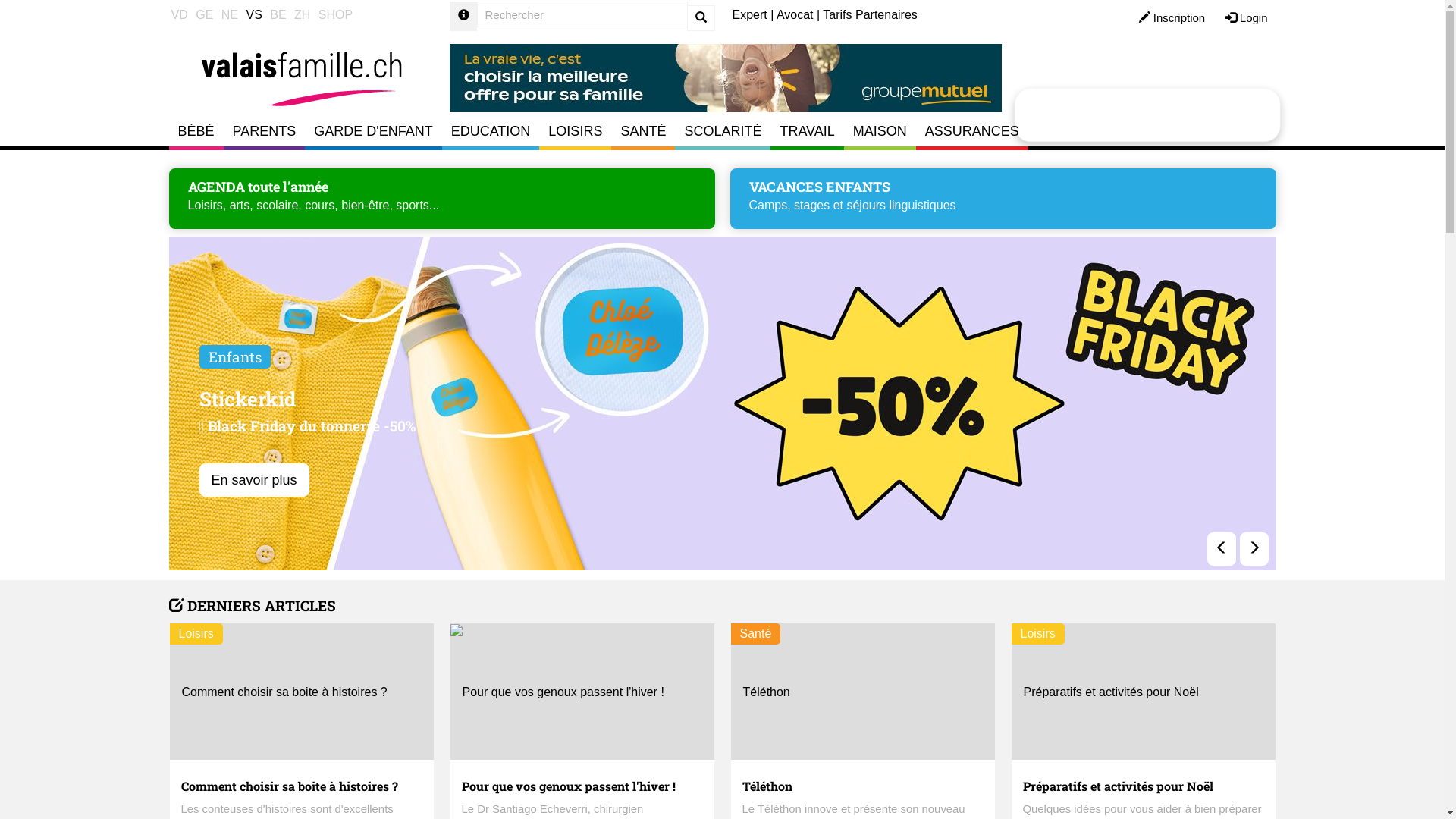  What do you see at coordinates (198, 71) in the screenshot?
I see `'Accueil Valais Famillle'` at bounding box center [198, 71].